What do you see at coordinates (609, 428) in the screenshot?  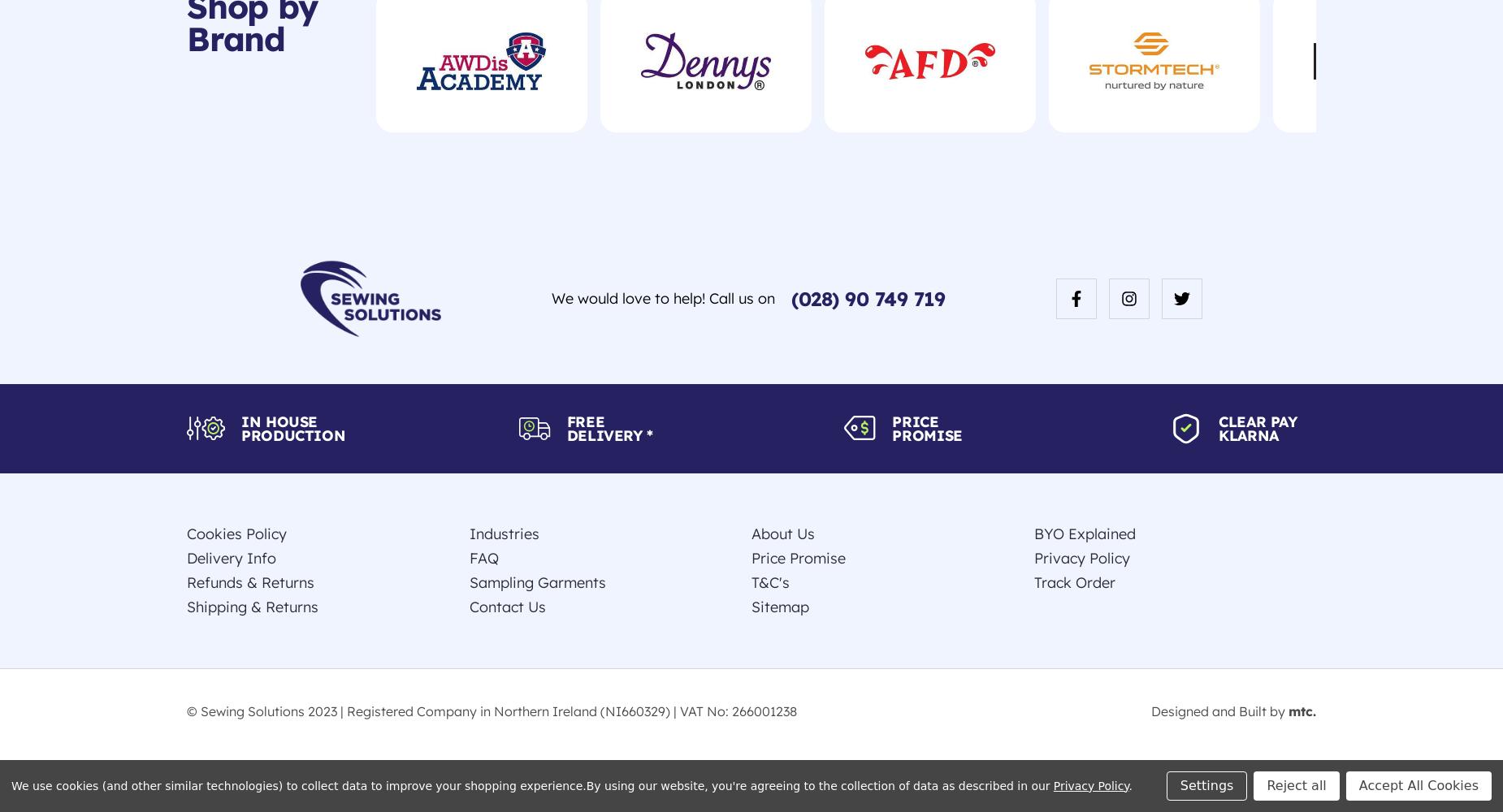 I see `'Free Delivery *'` at bounding box center [609, 428].